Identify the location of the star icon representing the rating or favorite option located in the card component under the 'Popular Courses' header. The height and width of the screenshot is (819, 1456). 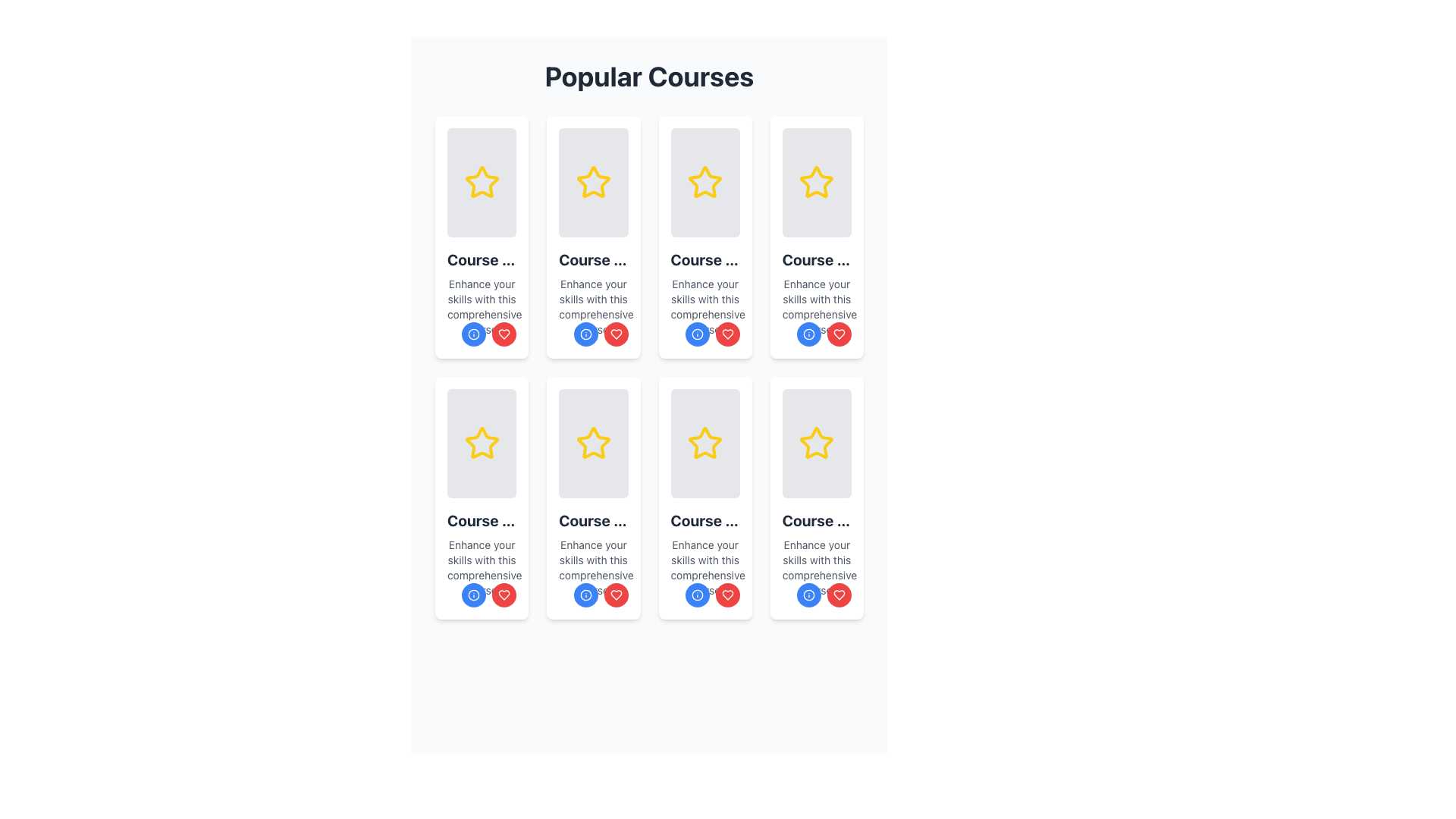
(592, 444).